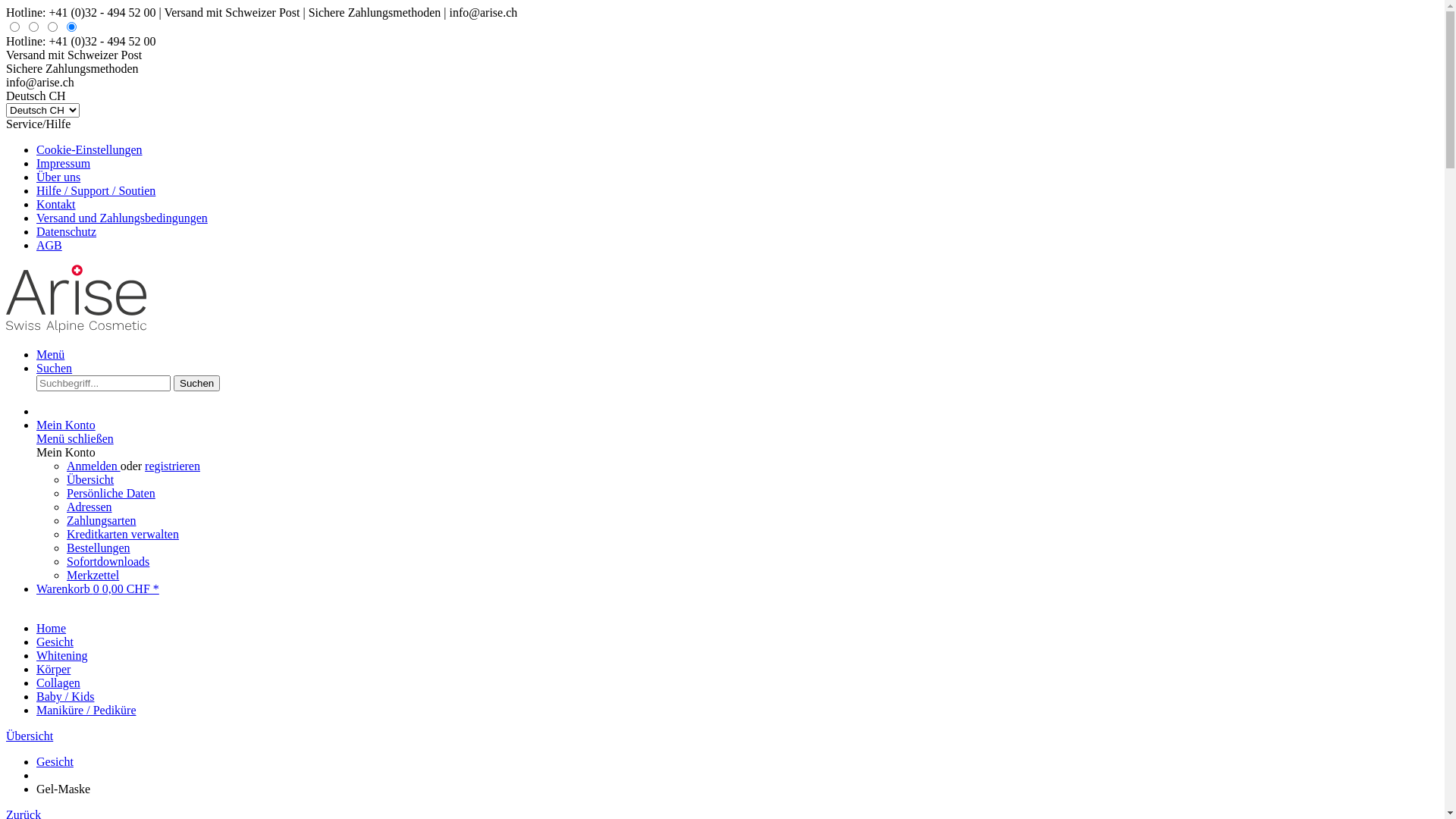  I want to click on 'Merkzettel', so click(65, 575).